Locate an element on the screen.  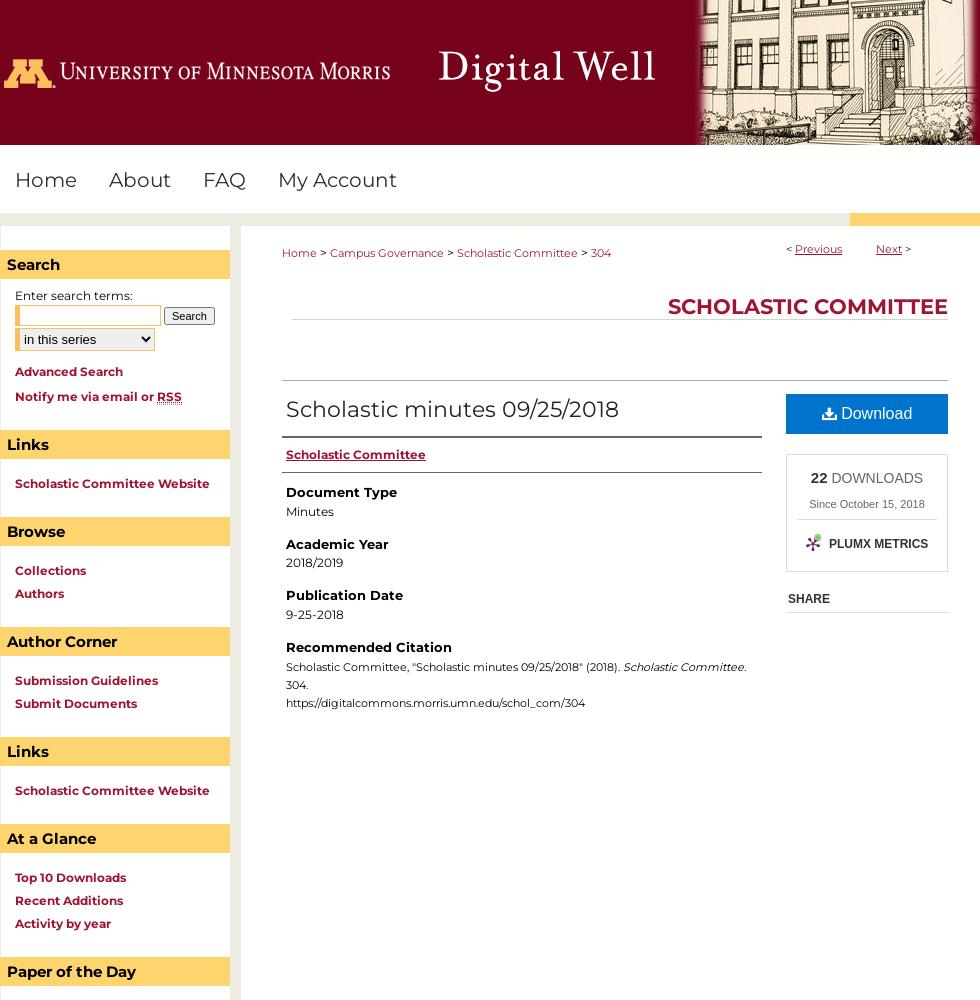
'Academic Year' is located at coordinates (337, 543).